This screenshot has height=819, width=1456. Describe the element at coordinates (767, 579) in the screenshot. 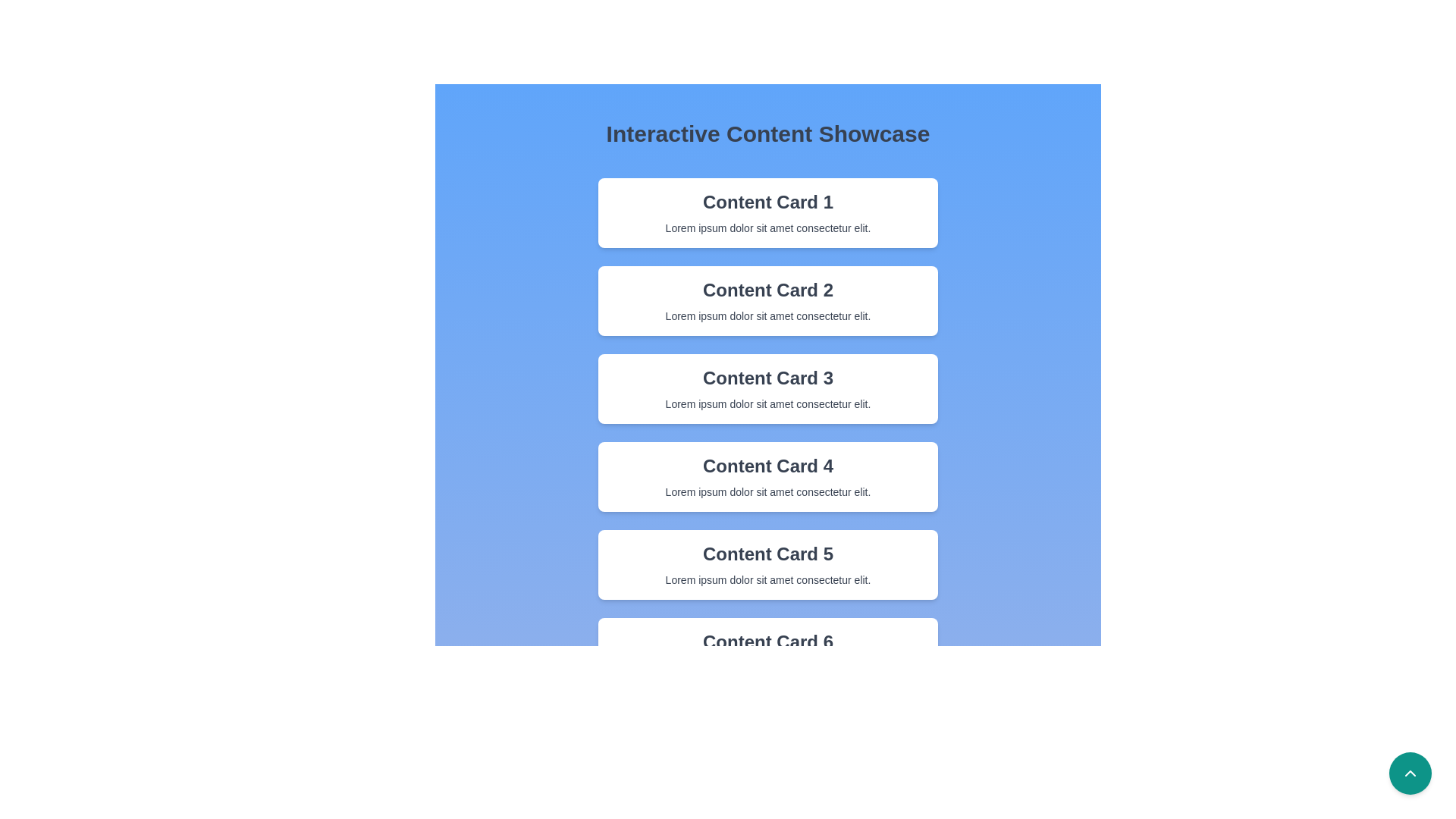

I see `the text label displaying descriptive information for 'Content Card 5', located at the bottom of the card, centered horizontally` at that location.